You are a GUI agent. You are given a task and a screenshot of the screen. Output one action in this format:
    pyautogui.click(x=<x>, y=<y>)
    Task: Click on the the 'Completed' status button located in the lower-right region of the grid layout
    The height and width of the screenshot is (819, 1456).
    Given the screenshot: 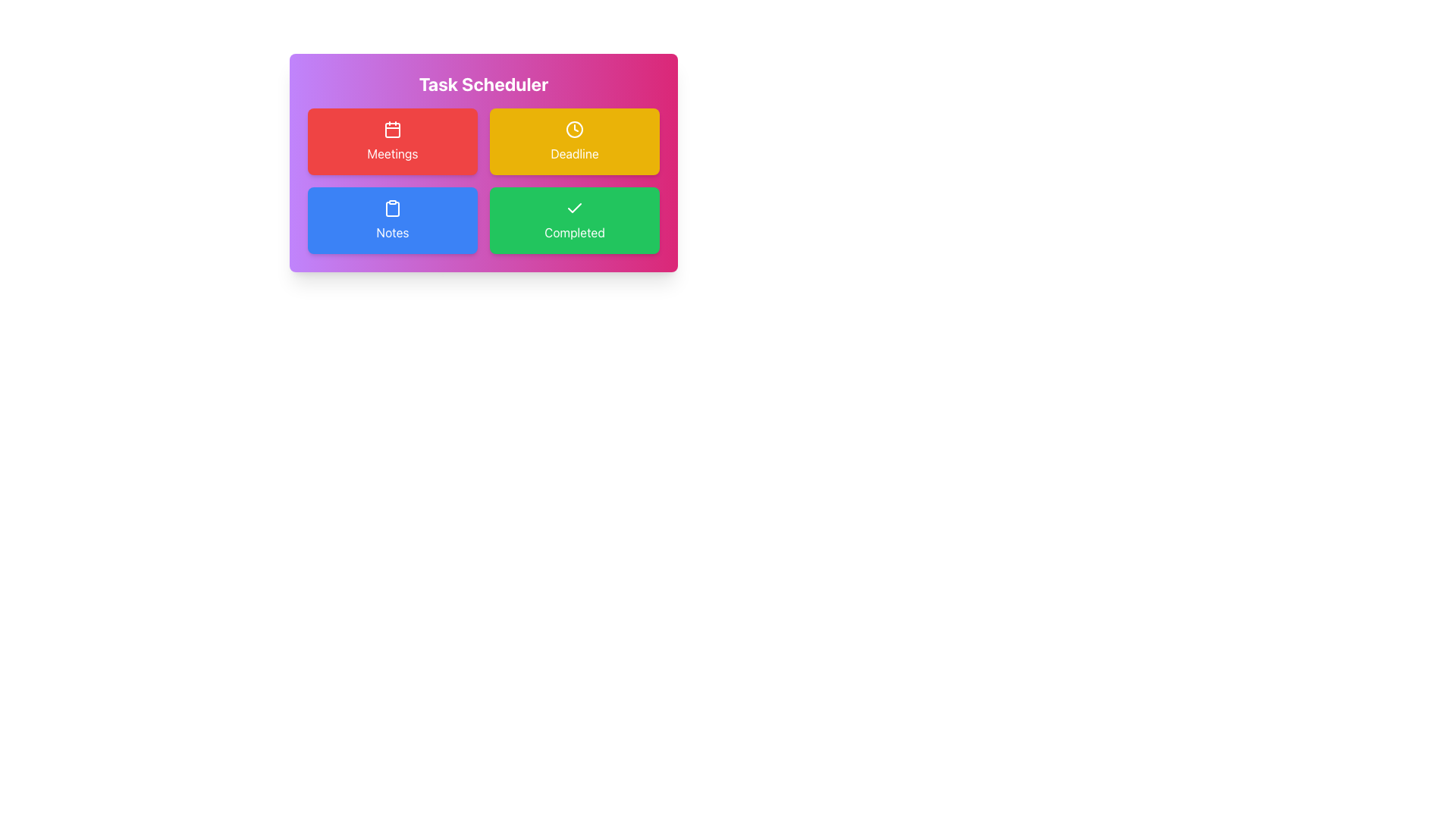 What is the action you would take?
    pyautogui.click(x=574, y=220)
    